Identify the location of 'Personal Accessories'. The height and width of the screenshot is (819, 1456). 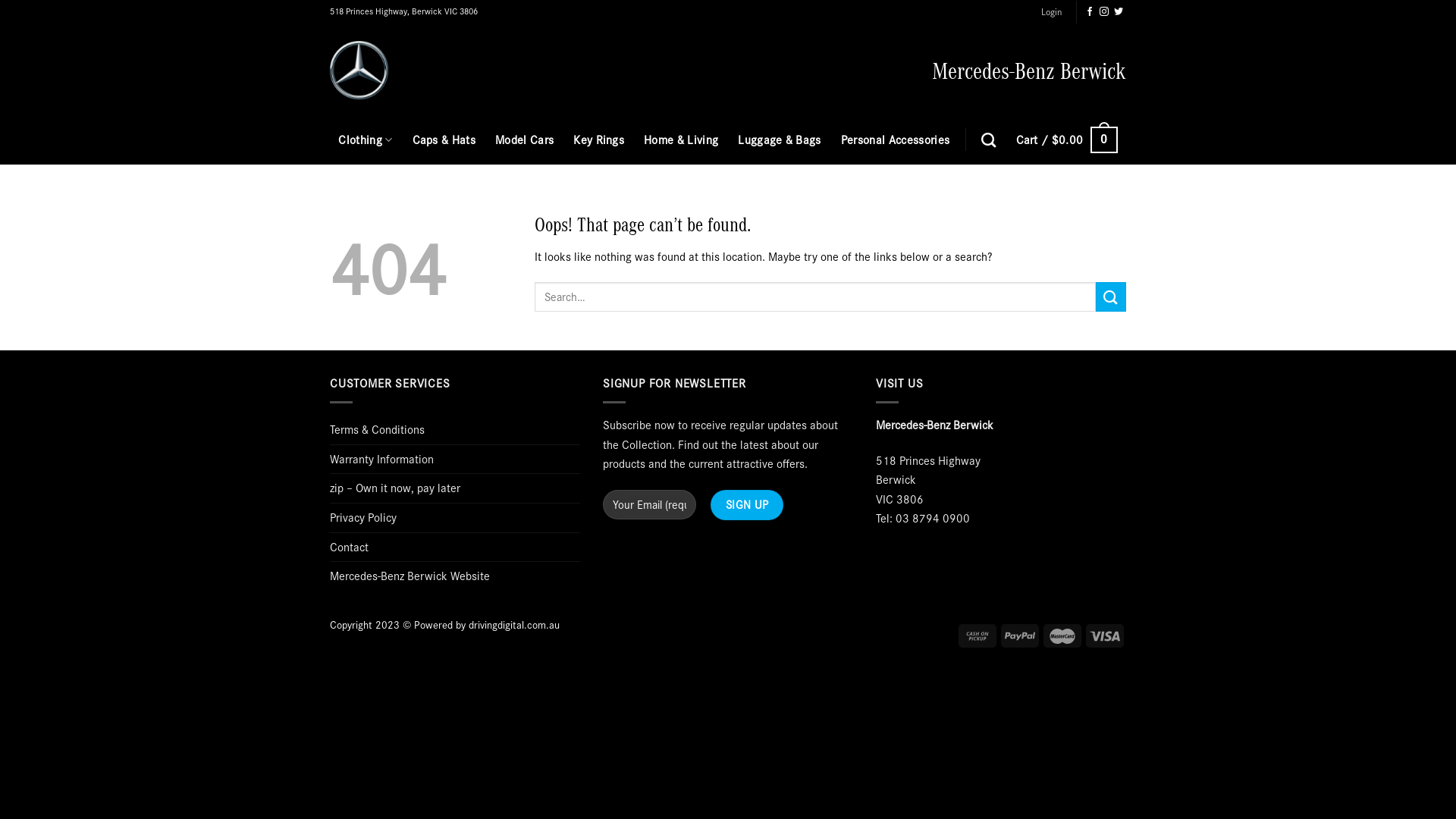
(895, 140).